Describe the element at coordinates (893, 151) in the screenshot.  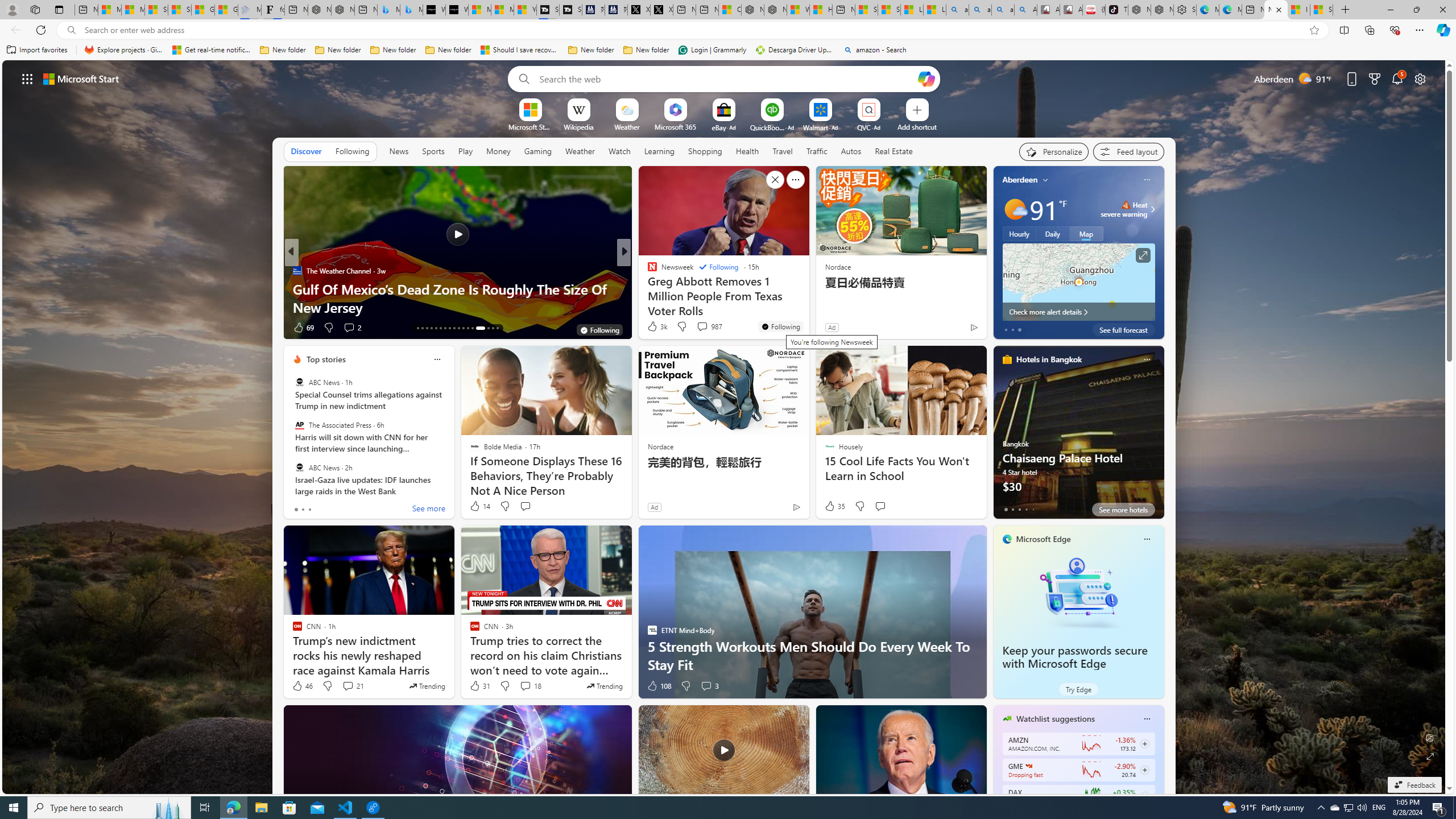
I see `'Real Estate'` at that location.